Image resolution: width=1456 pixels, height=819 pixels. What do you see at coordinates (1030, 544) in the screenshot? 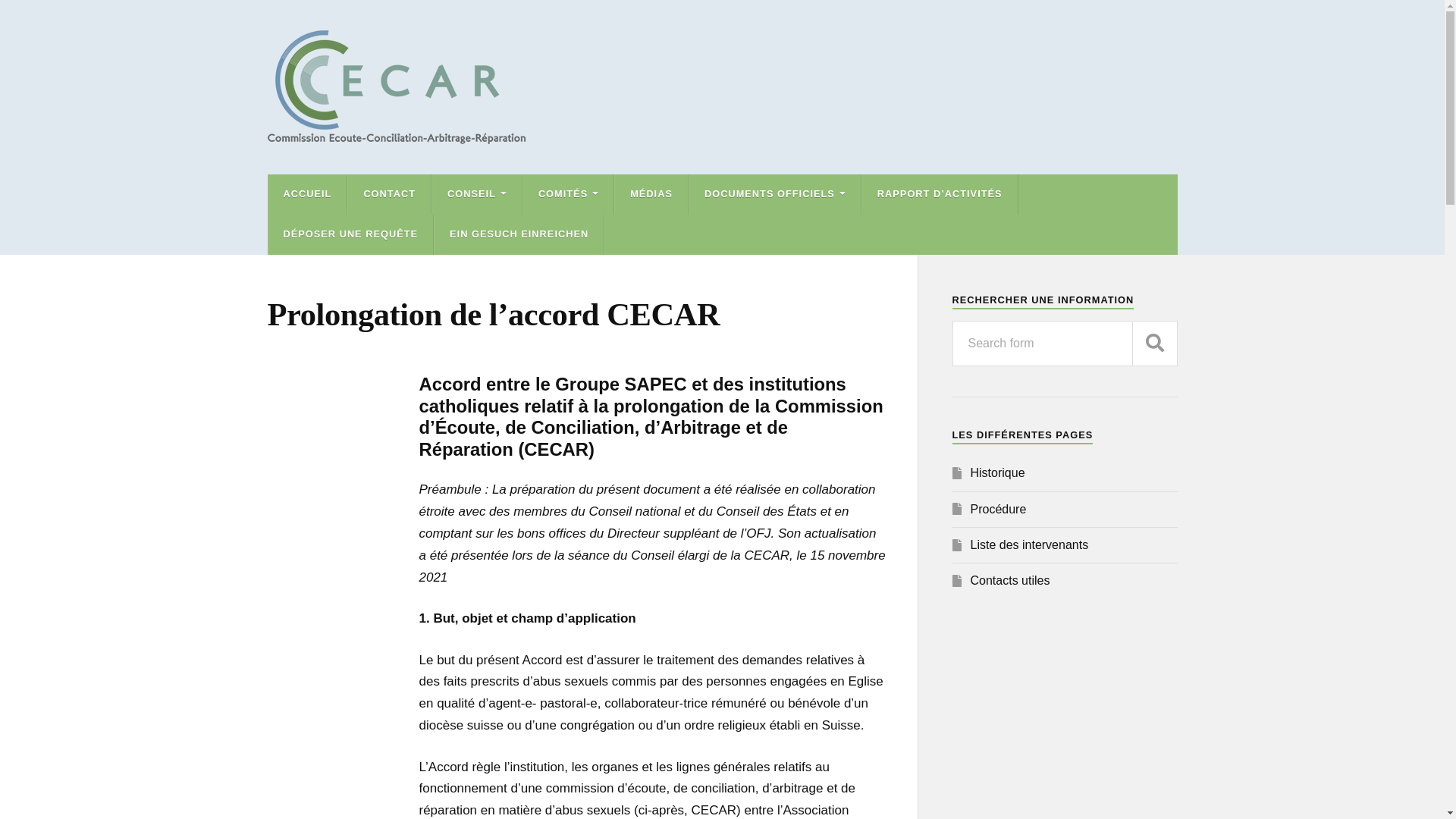
I see `'Liste des intervenants'` at bounding box center [1030, 544].